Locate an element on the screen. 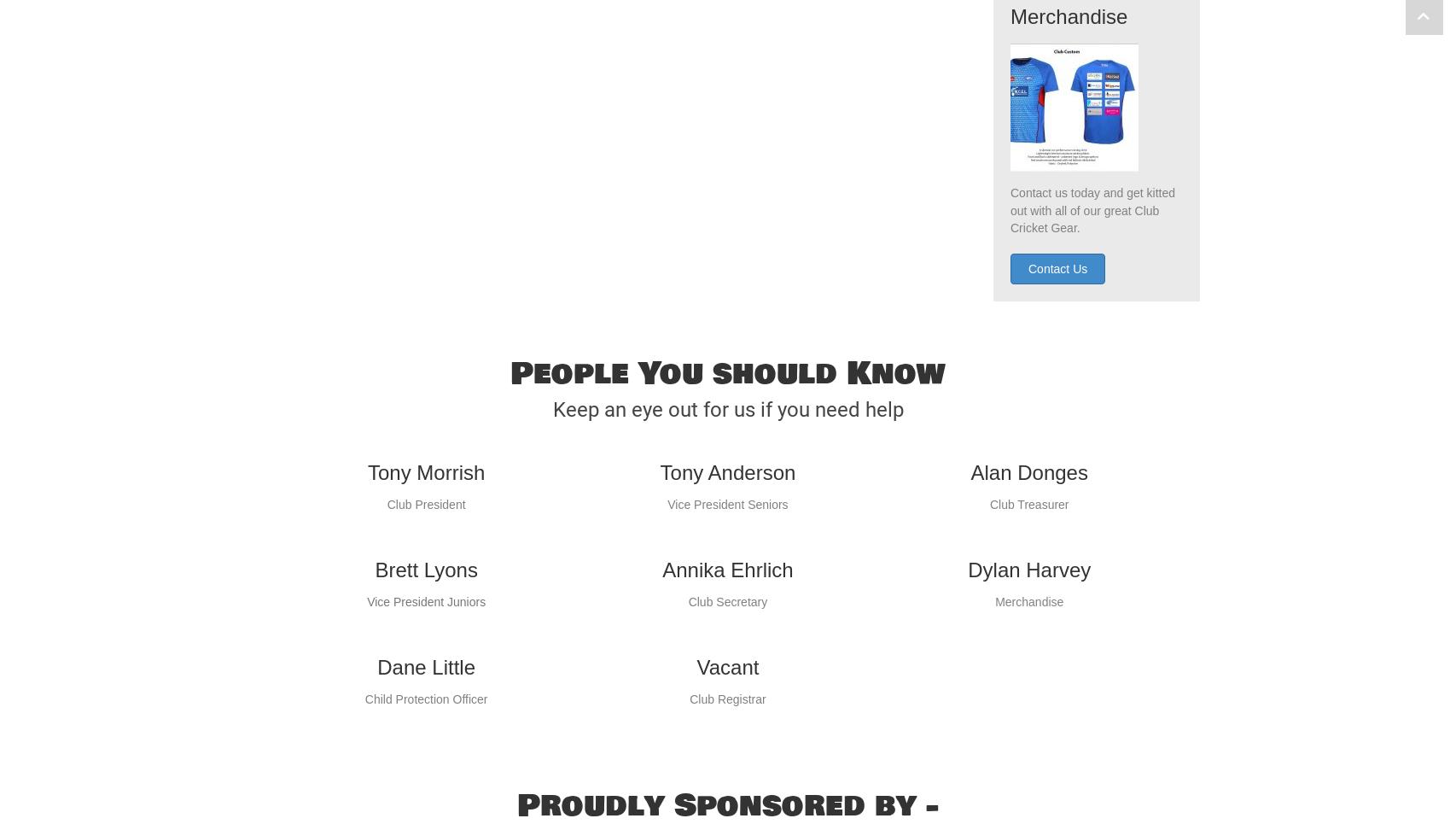  'Brett Lyons' is located at coordinates (425, 604).